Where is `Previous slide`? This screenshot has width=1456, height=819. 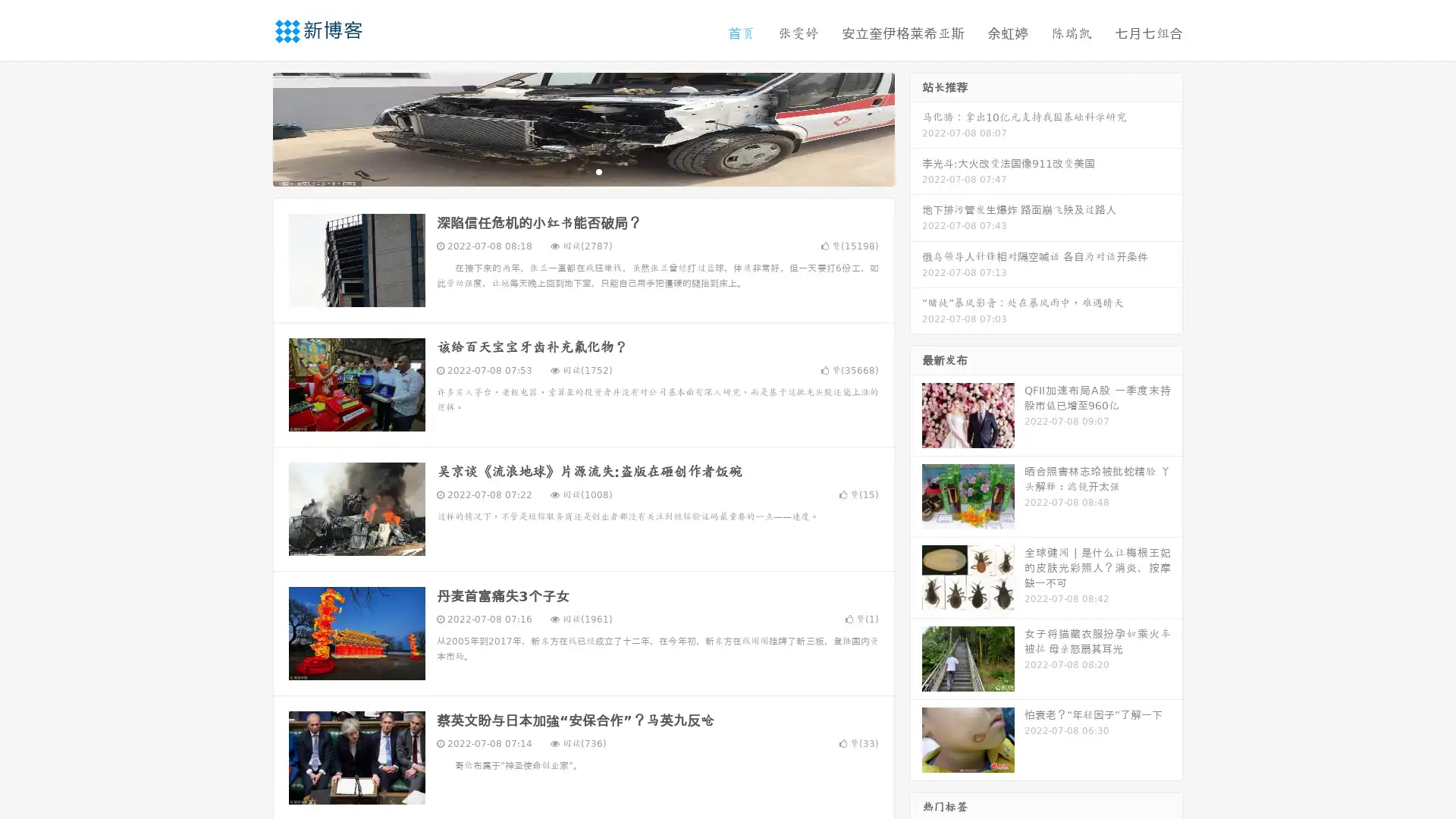
Previous slide is located at coordinates (250, 127).